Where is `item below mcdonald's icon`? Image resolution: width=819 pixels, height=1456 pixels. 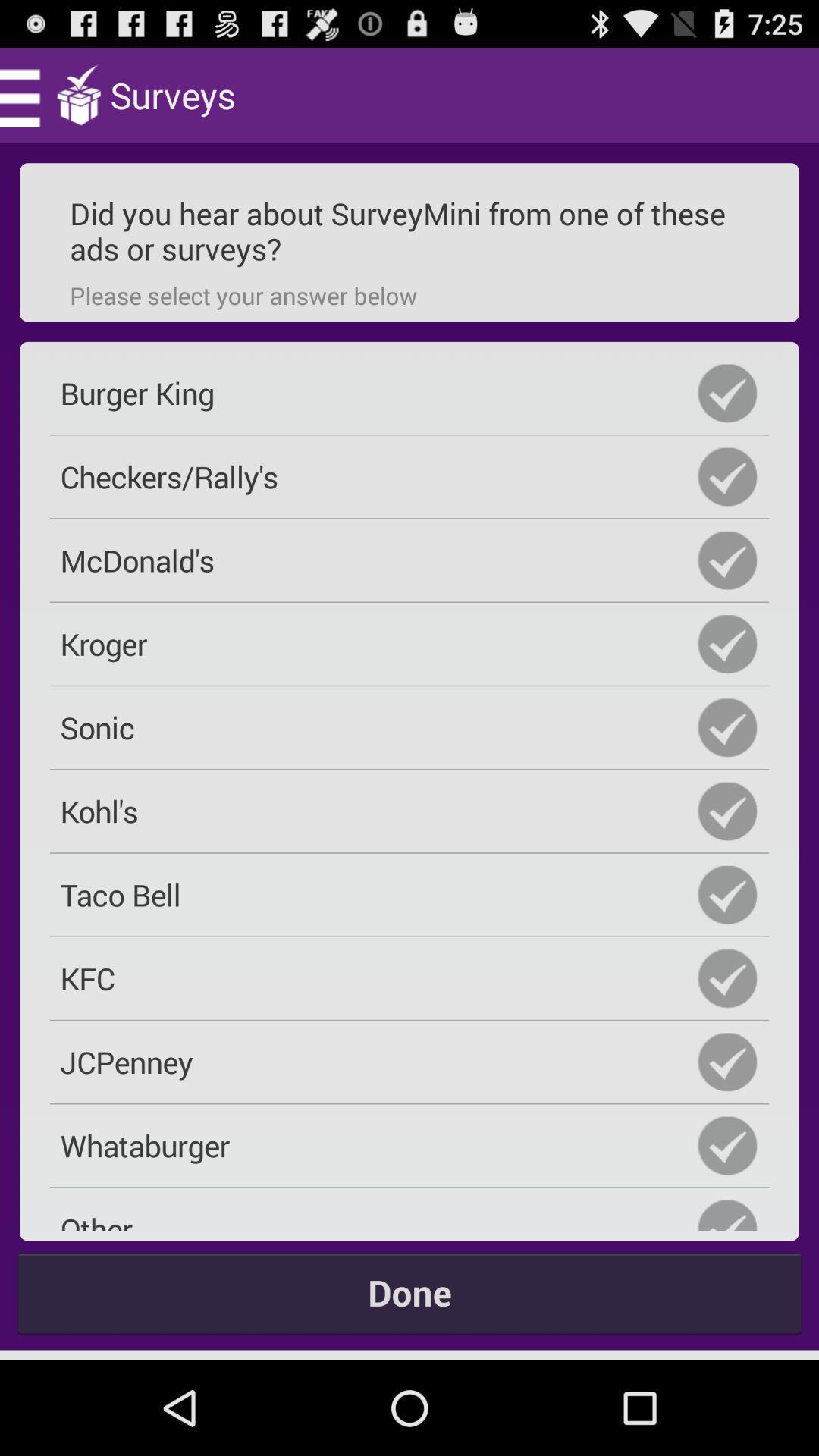 item below mcdonald's icon is located at coordinates (409, 644).